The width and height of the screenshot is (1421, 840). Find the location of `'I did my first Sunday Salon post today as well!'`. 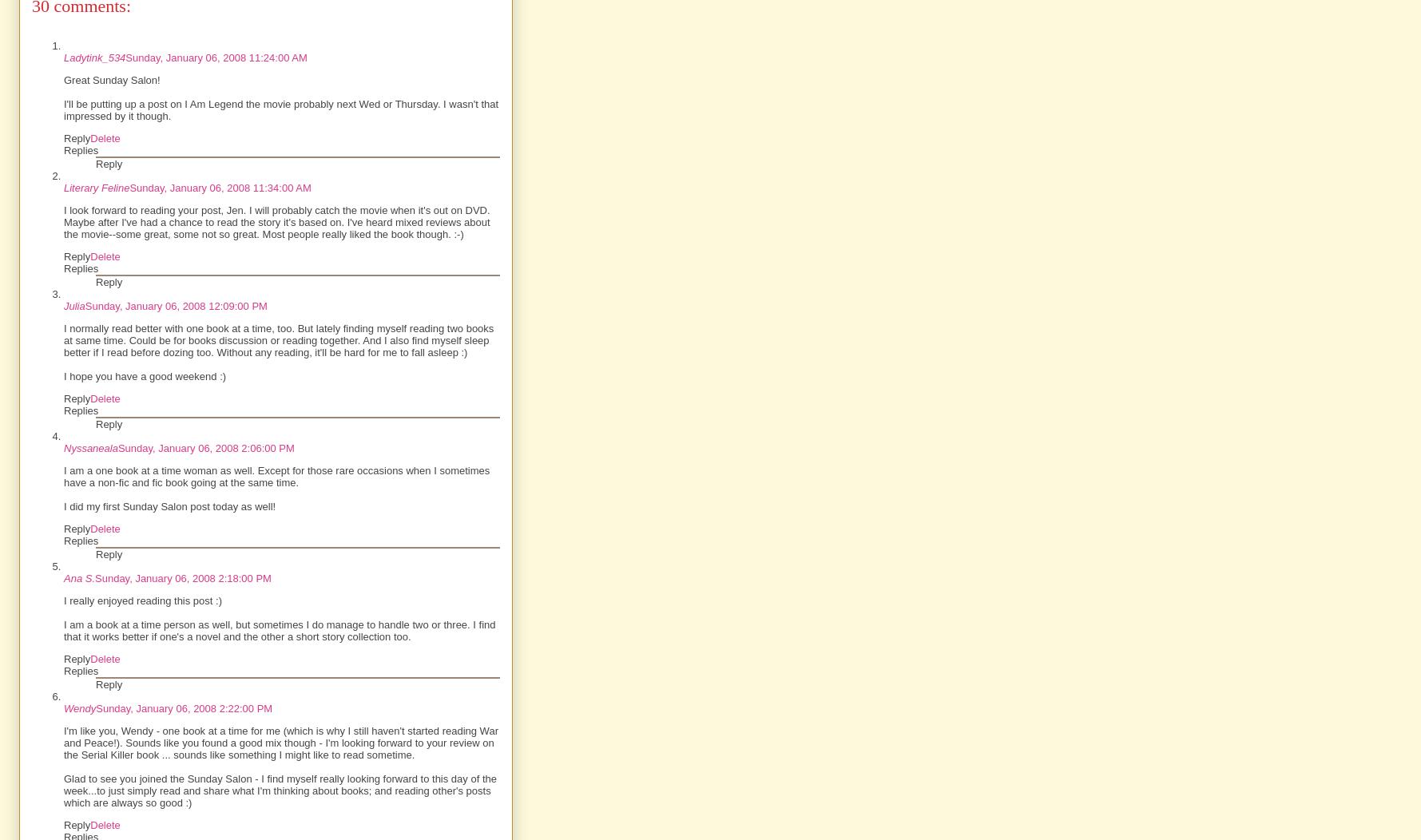

'I did my first Sunday Salon post today as well!' is located at coordinates (169, 506).